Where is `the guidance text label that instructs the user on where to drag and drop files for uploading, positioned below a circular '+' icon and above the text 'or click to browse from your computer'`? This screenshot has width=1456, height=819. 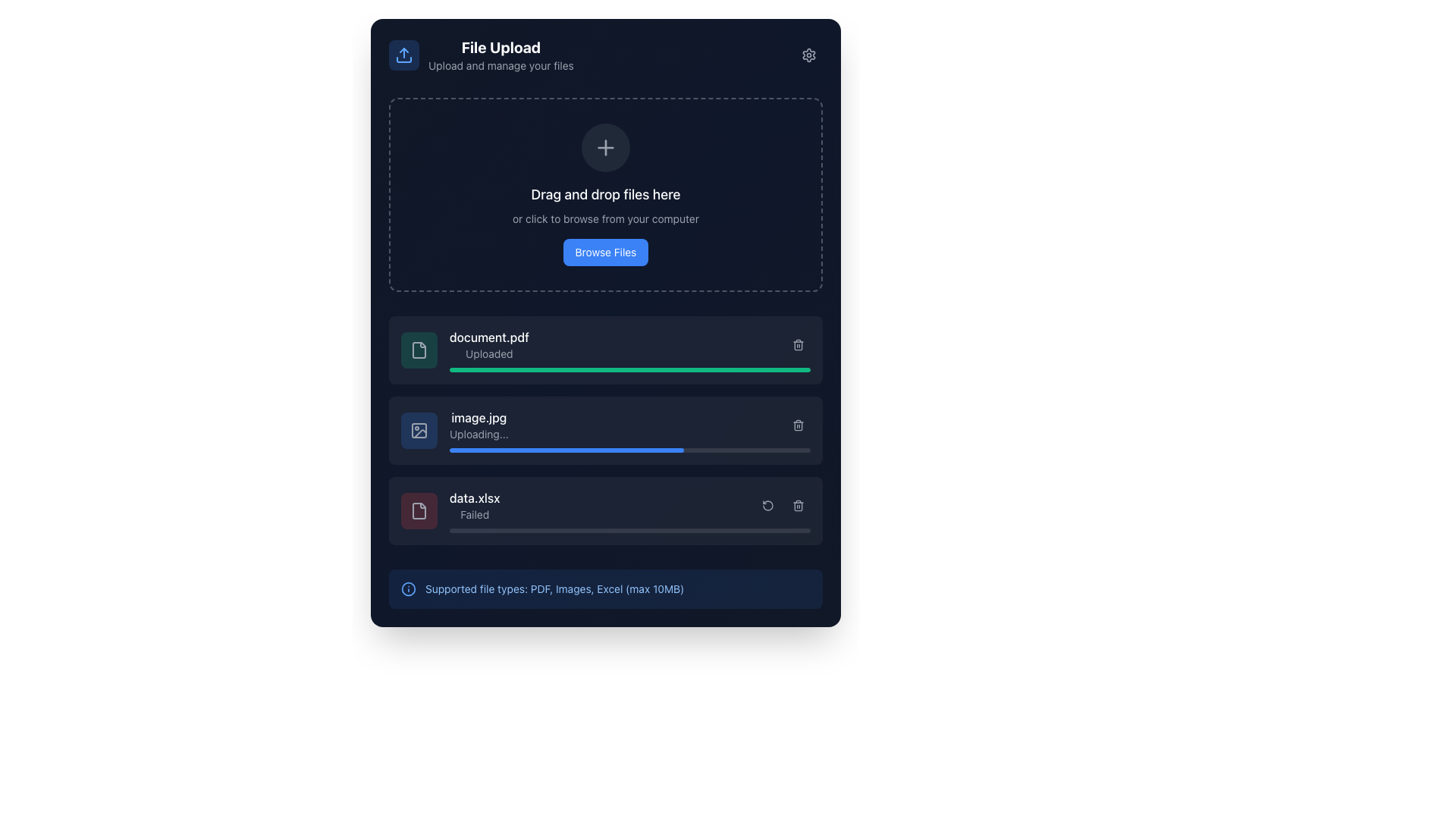 the guidance text label that instructs the user on where to drag and drop files for uploading, positioned below a circular '+' icon and above the text 'or click to browse from your computer' is located at coordinates (604, 194).